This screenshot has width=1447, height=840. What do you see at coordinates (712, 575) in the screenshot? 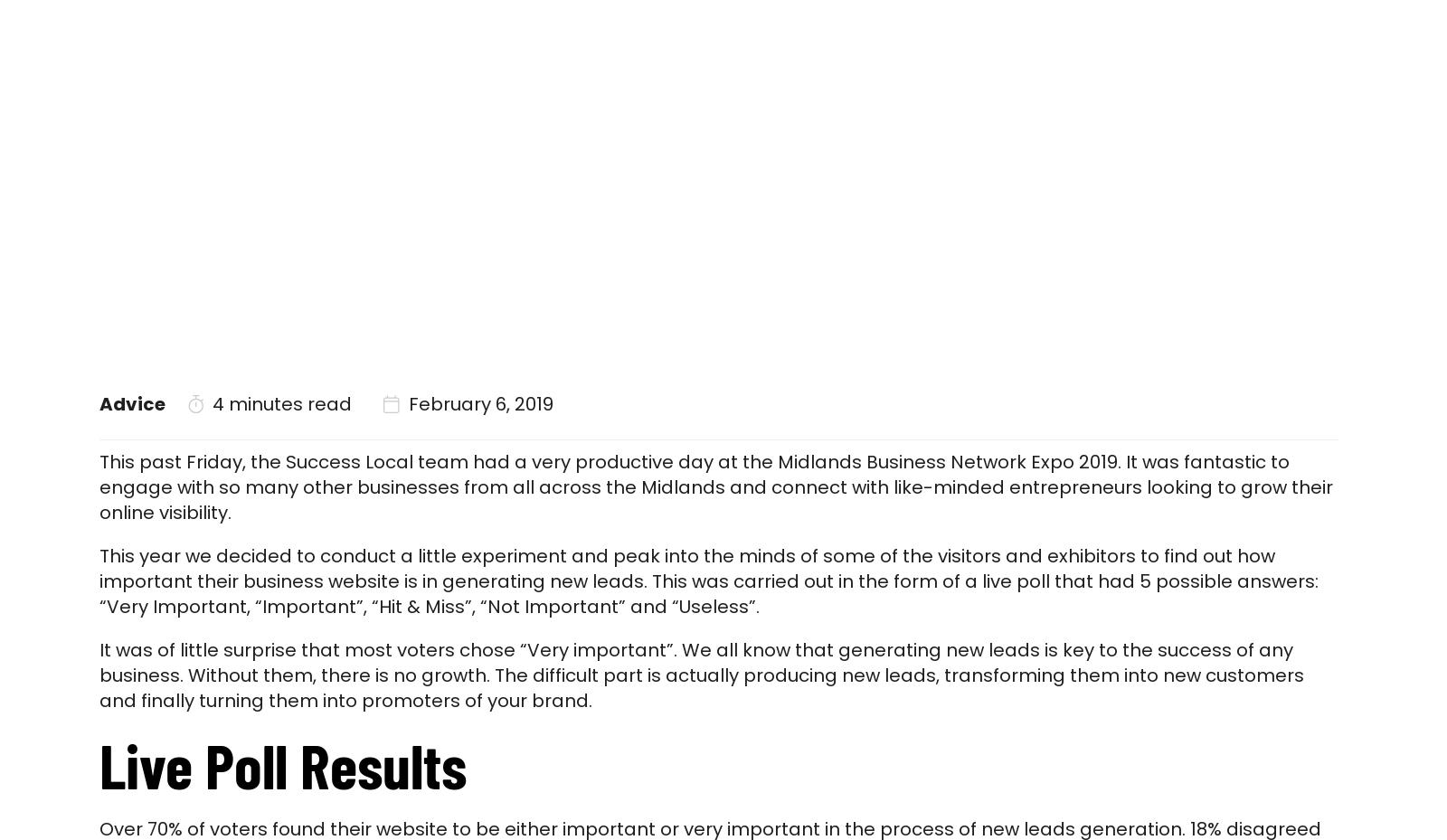
I see `'Over time, techniques such as SEO, social media marketing and e-mail marketing will help you generate more and more leads as you develop more content and keep optimizing for it. Unfortunately, businesses that don’t keep up with said techniques are at risk of being overtaken by competitors who do.'` at bounding box center [712, 575].